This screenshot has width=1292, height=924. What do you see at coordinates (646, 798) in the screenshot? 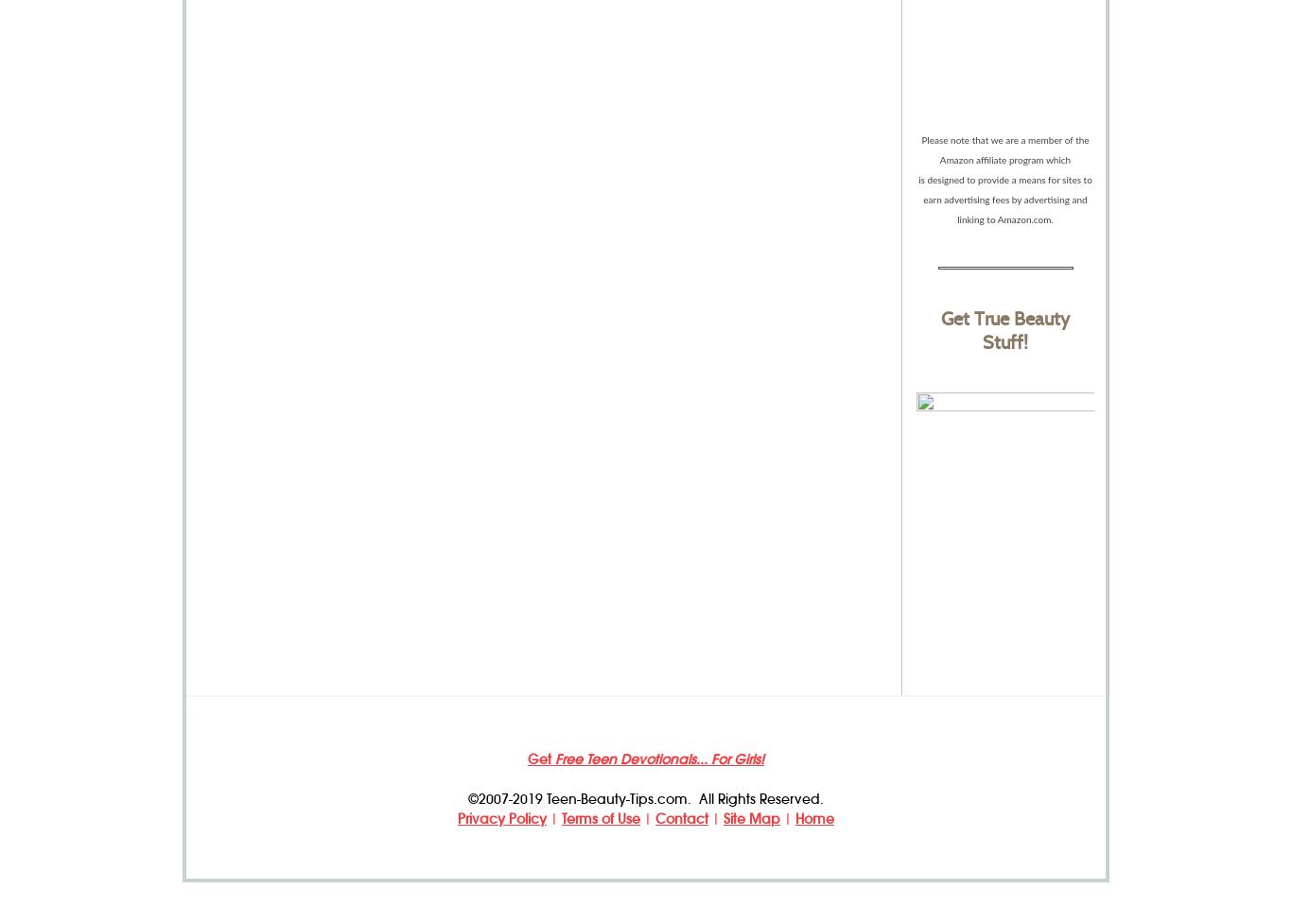
I see `'©2007-2019 Teen-Beauty-Tips.com.  All Rights Reserved.'` at bounding box center [646, 798].